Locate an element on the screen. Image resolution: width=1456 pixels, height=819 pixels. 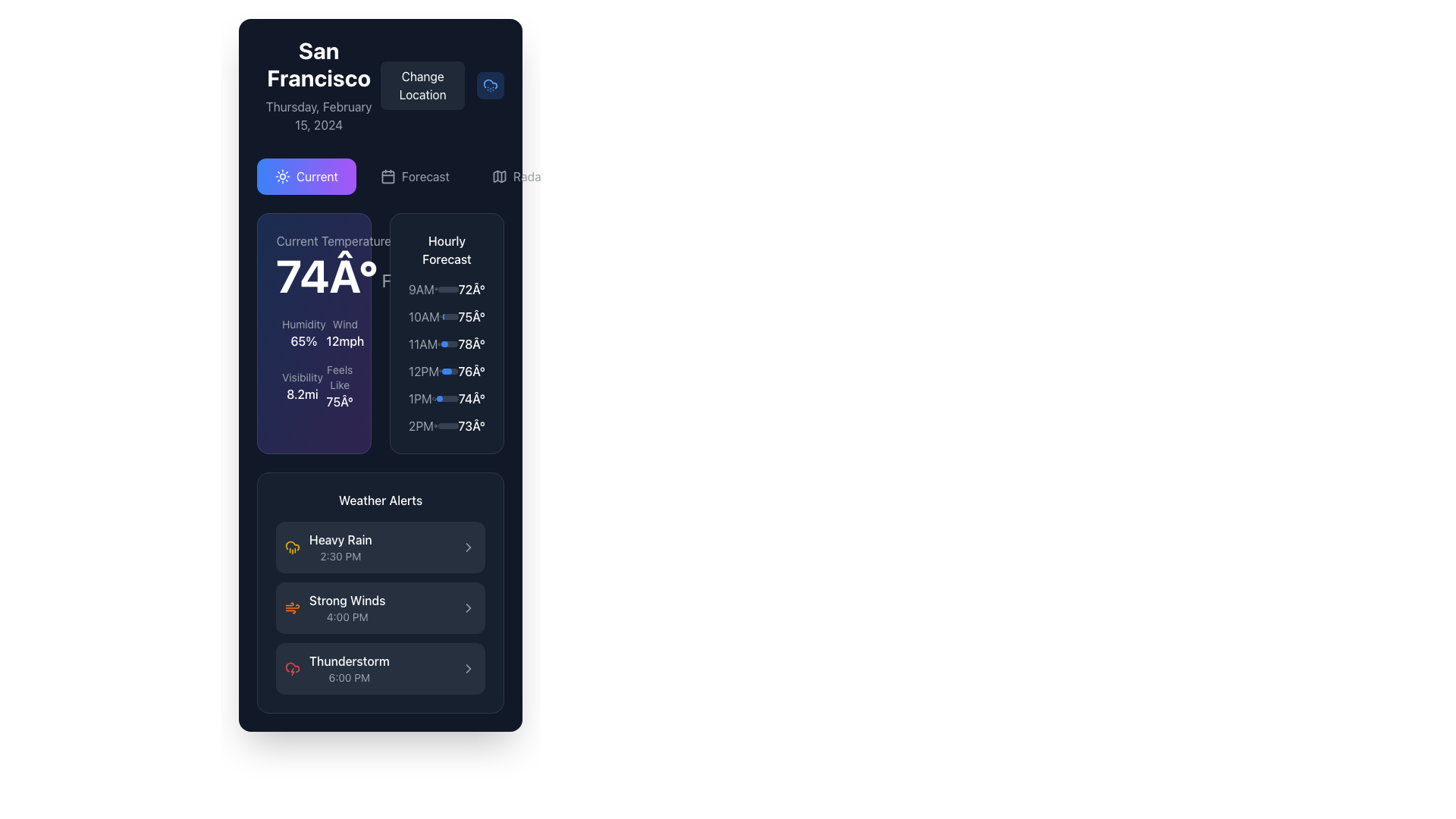
the width of the progress bar located in the 'Hourly Forecast' section between the time text '1PM' and the temperature '74°' is located at coordinates (447, 397).